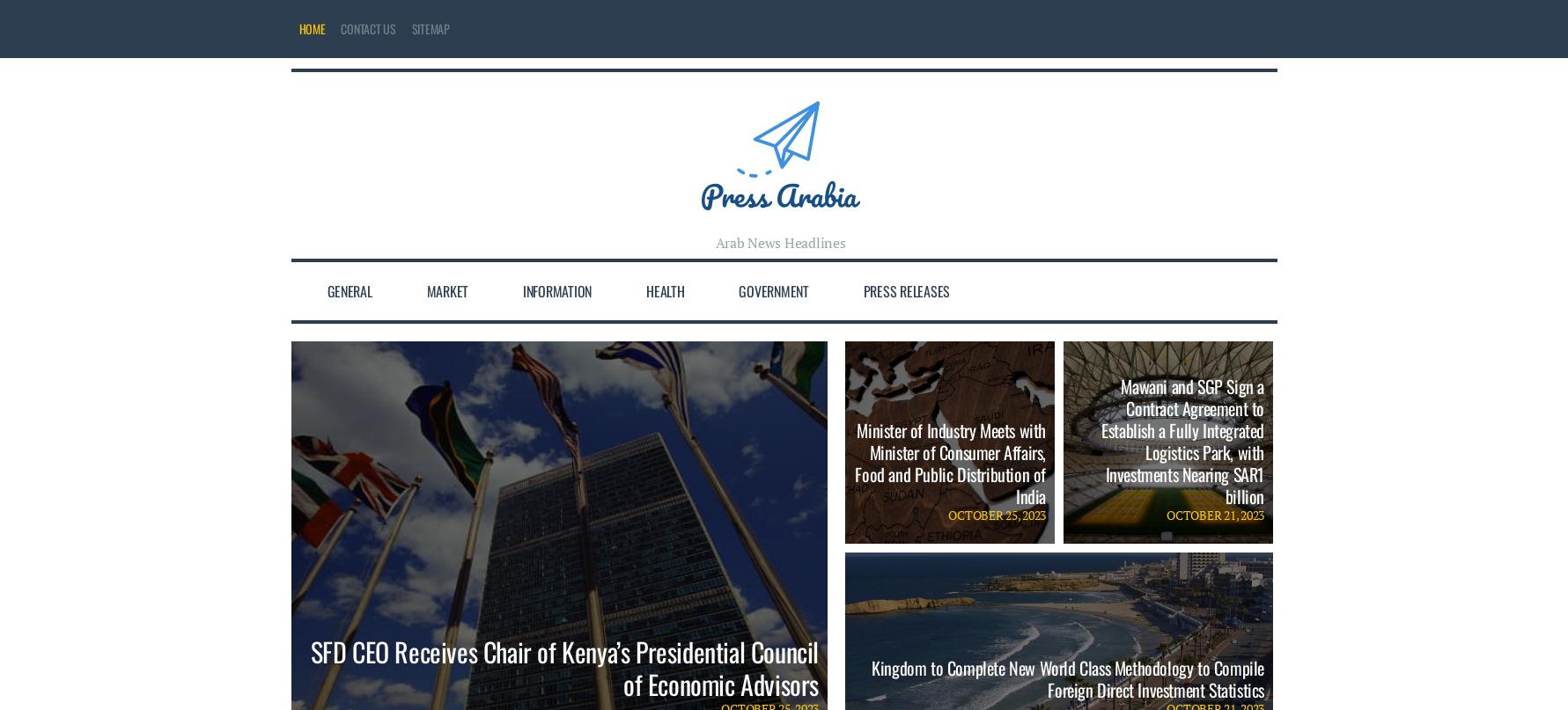 Image resolution: width=1568 pixels, height=710 pixels. What do you see at coordinates (1068, 335) in the screenshot?
I see `'Kingdom to Complete New World Class Methodology to Compile Foreign Direct Investment Statistics'` at bounding box center [1068, 335].